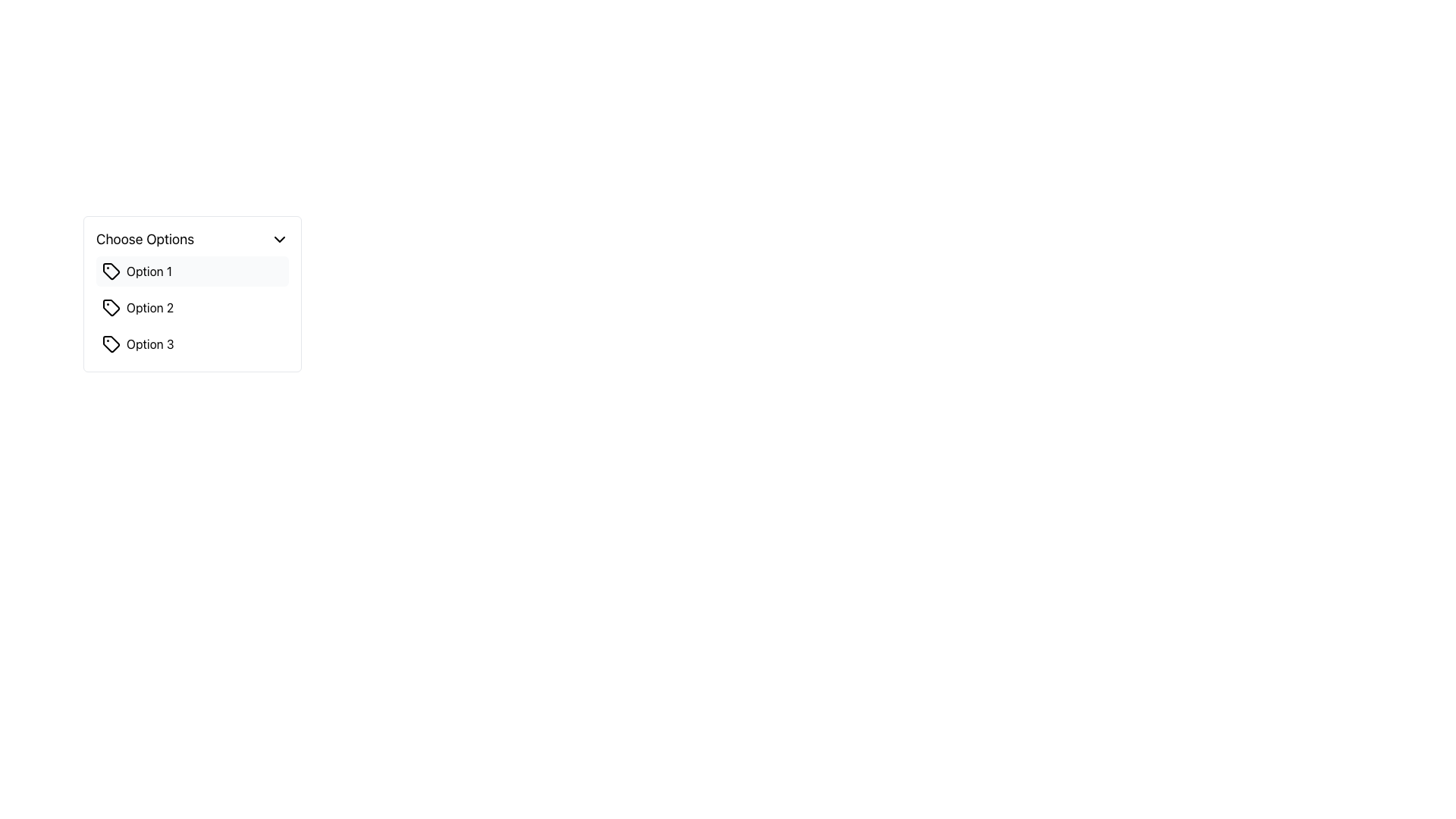  I want to click on the text label 'Option 1', so click(149, 271).